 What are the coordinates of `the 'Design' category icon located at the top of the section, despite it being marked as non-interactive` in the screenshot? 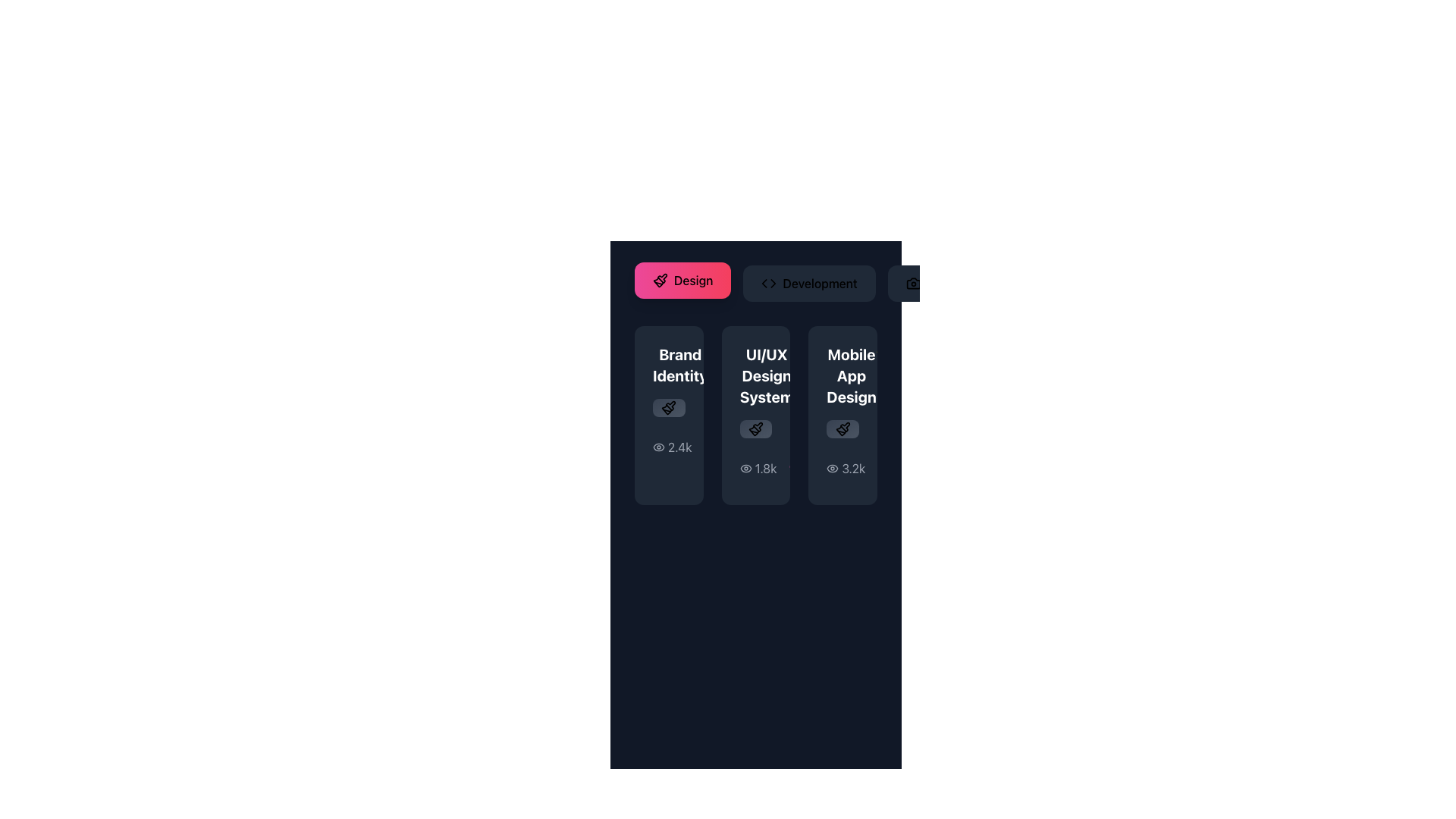 It's located at (662, 278).